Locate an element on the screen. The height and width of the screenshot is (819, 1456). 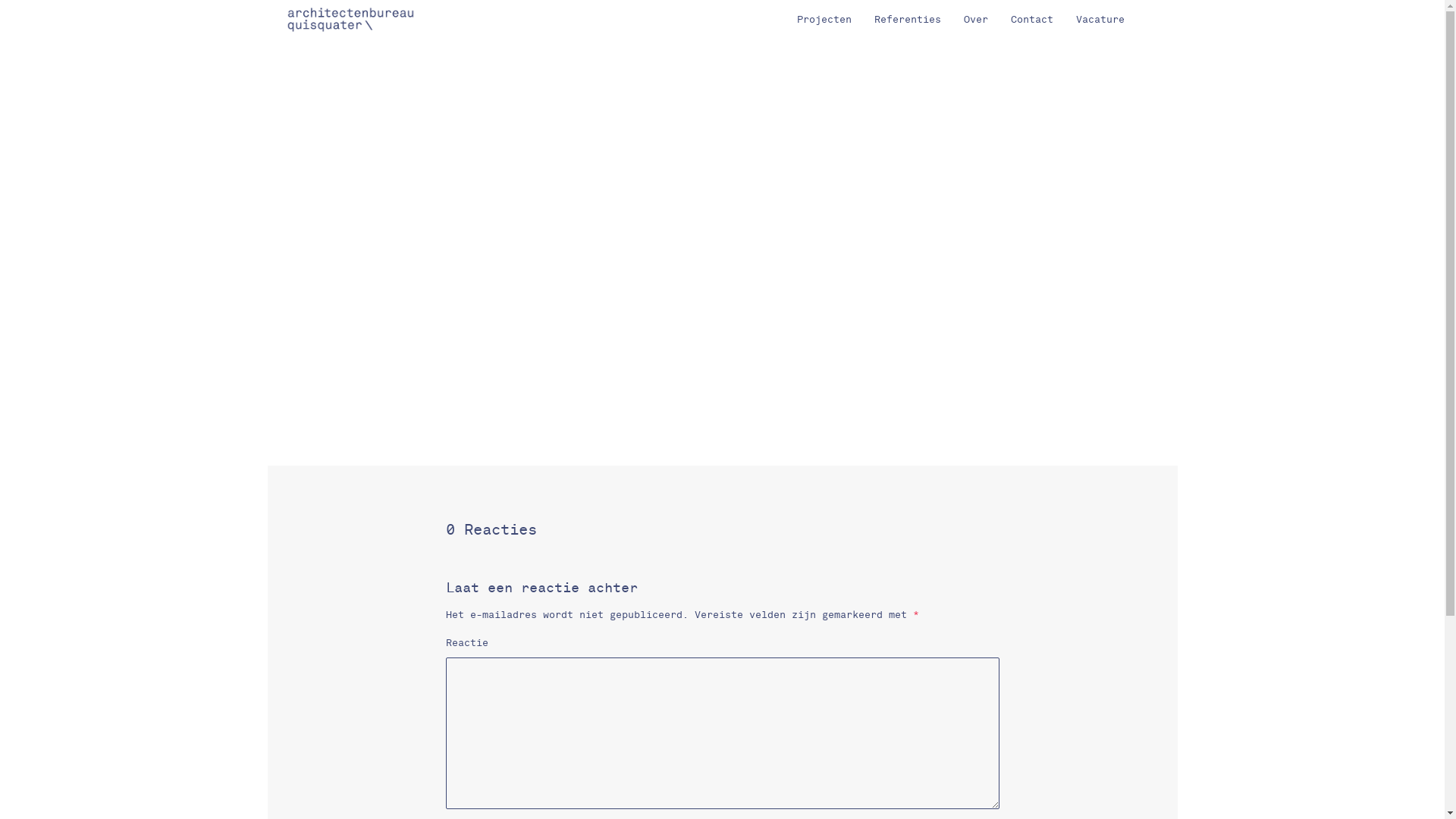
'Over' is located at coordinates (952, 20).